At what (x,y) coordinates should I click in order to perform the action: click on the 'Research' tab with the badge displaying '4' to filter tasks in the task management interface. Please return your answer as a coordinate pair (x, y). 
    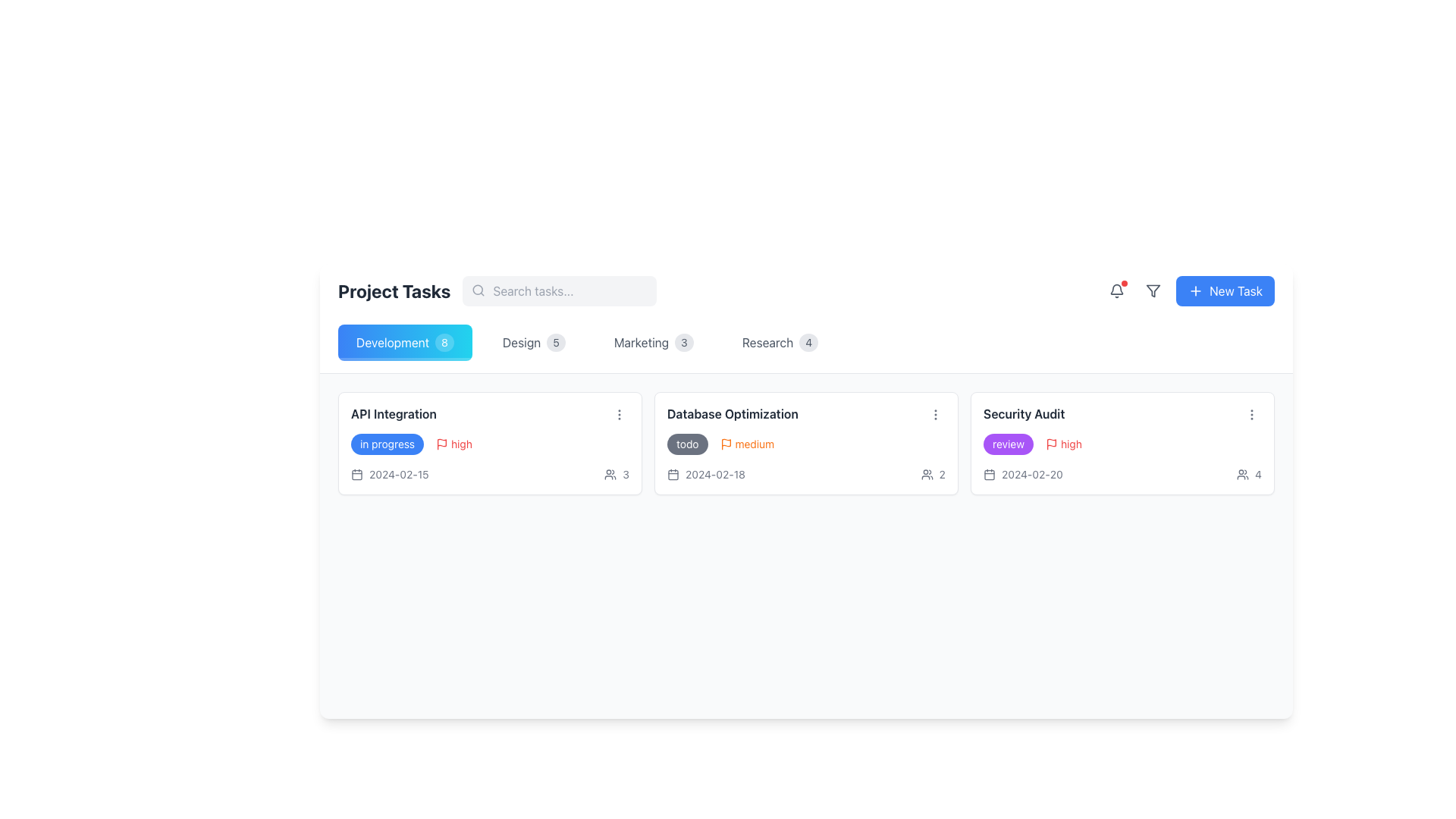
    Looking at the image, I should click on (780, 342).